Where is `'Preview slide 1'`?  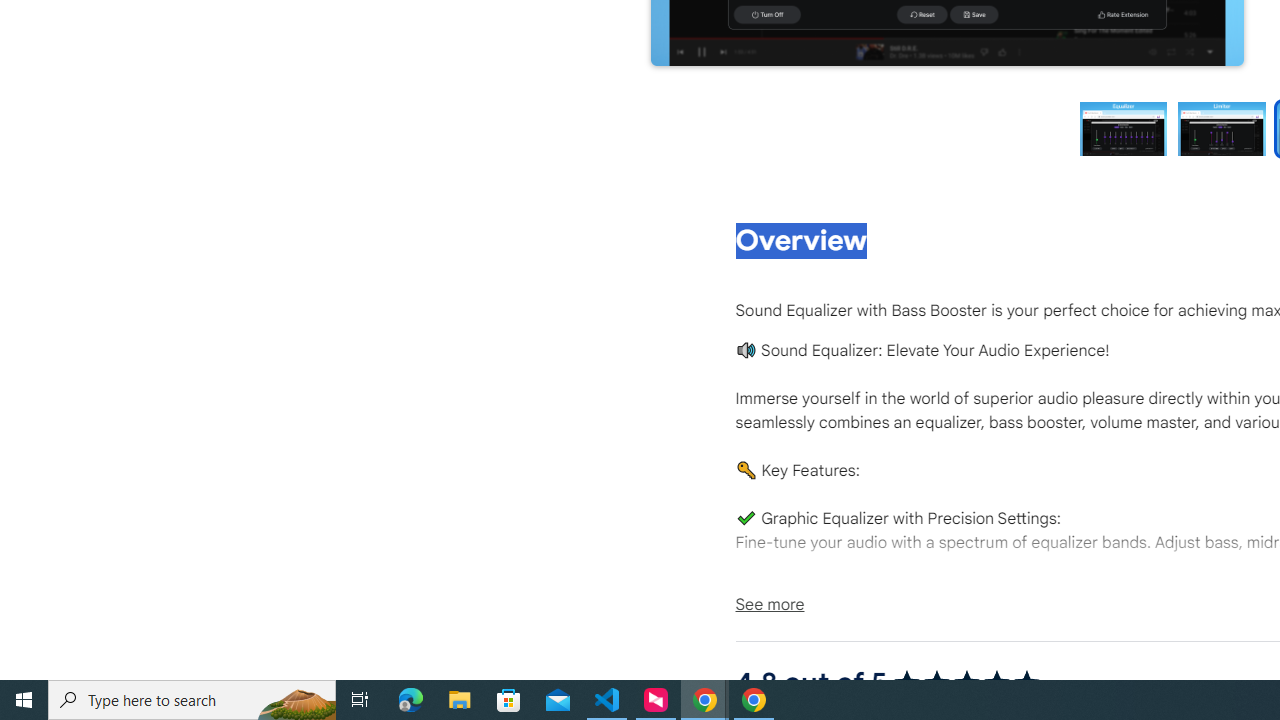
'Preview slide 1' is located at coordinates (1123, 128).